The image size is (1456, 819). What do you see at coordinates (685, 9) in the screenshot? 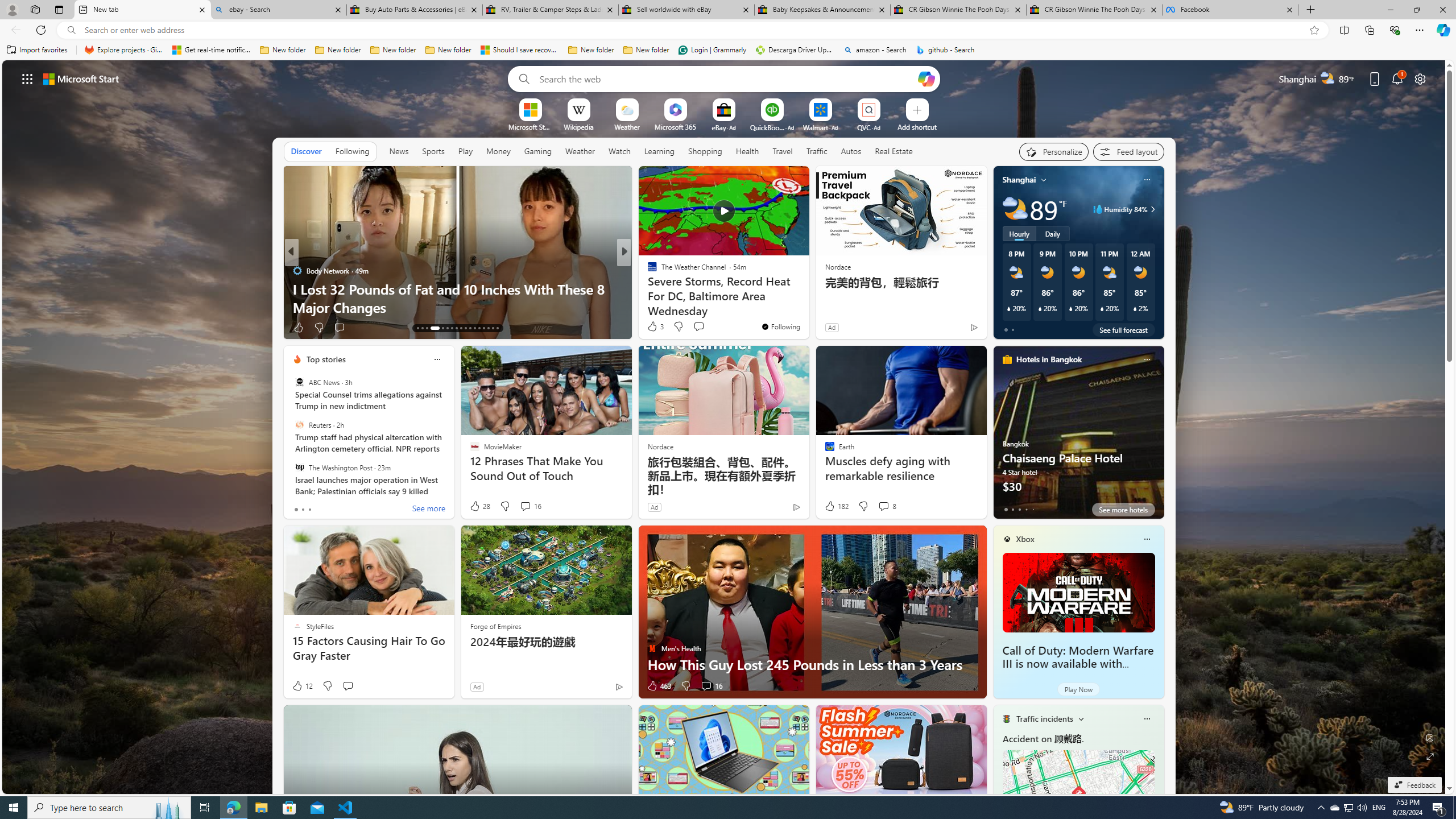
I see `'Sell worldwide with eBay'` at bounding box center [685, 9].